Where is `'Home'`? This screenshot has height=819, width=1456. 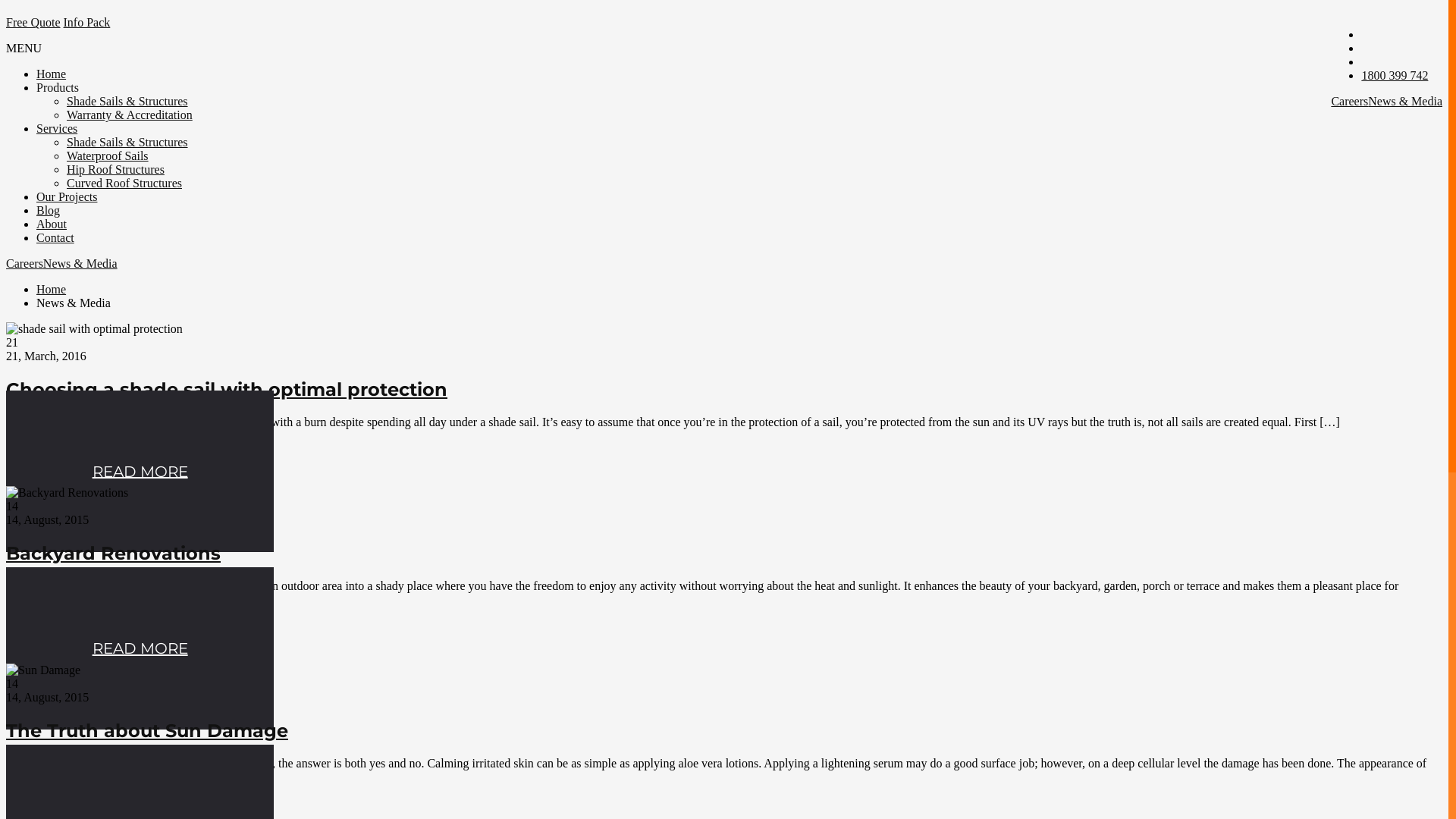
'Home' is located at coordinates (51, 74).